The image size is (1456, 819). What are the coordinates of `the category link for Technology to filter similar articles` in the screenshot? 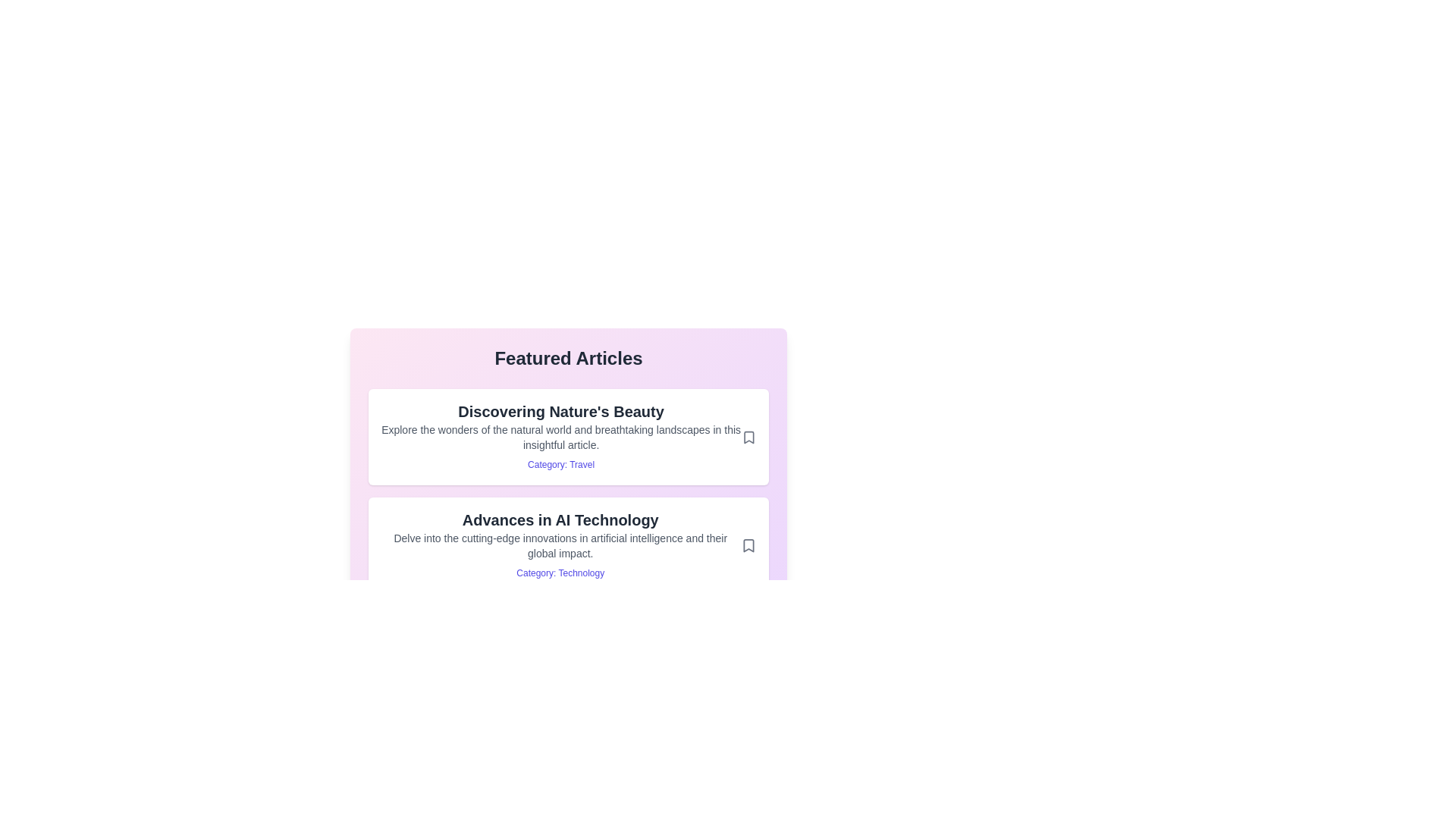 It's located at (560, 573).